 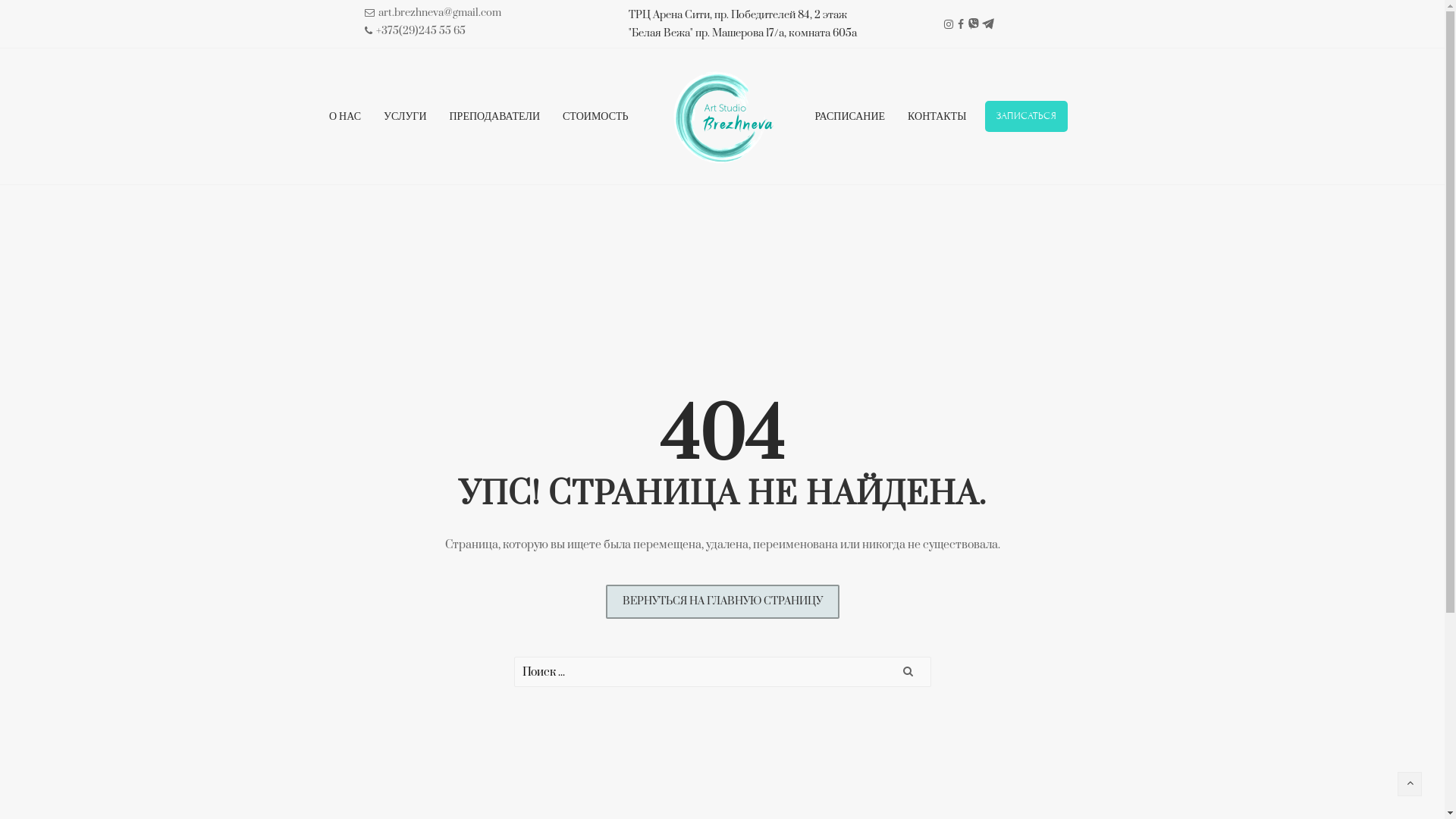 What do you see at coordinates (415, 31) in the screenshot?
I see `'+375(29)245 55 65'` at bounding box center [415, 31].